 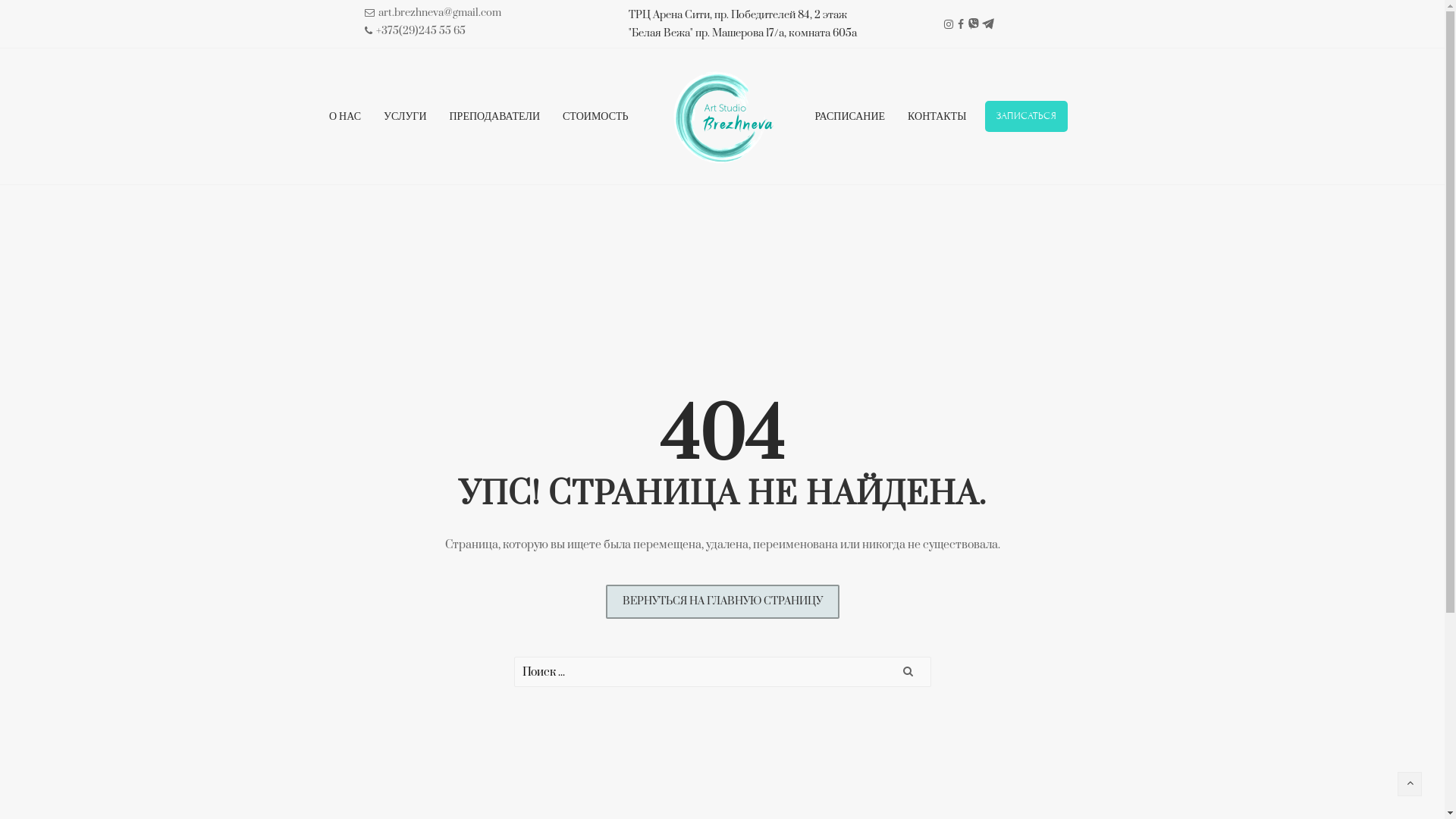 What do you see at coordinates (415, 31) in the screenshot?
I see `'+375(29)245 55 65'` at bounding box center [415, 31].